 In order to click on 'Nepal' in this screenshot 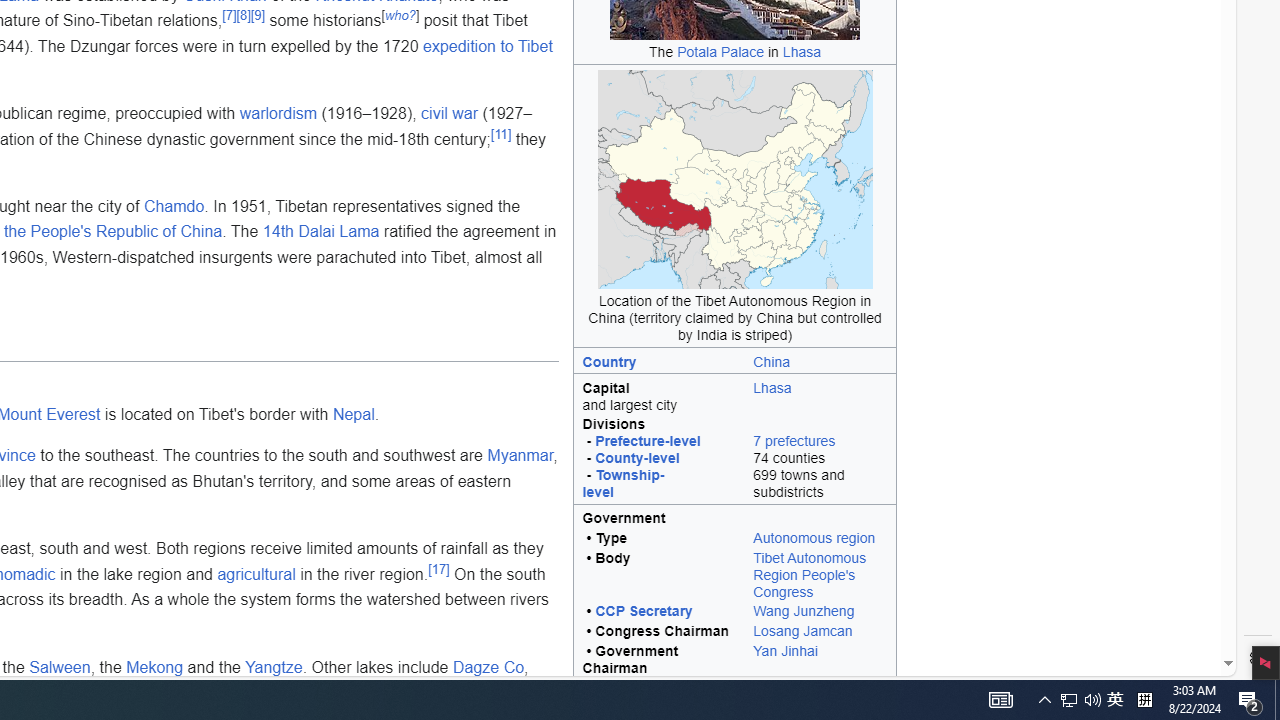, I will do `click(353, 412)`.